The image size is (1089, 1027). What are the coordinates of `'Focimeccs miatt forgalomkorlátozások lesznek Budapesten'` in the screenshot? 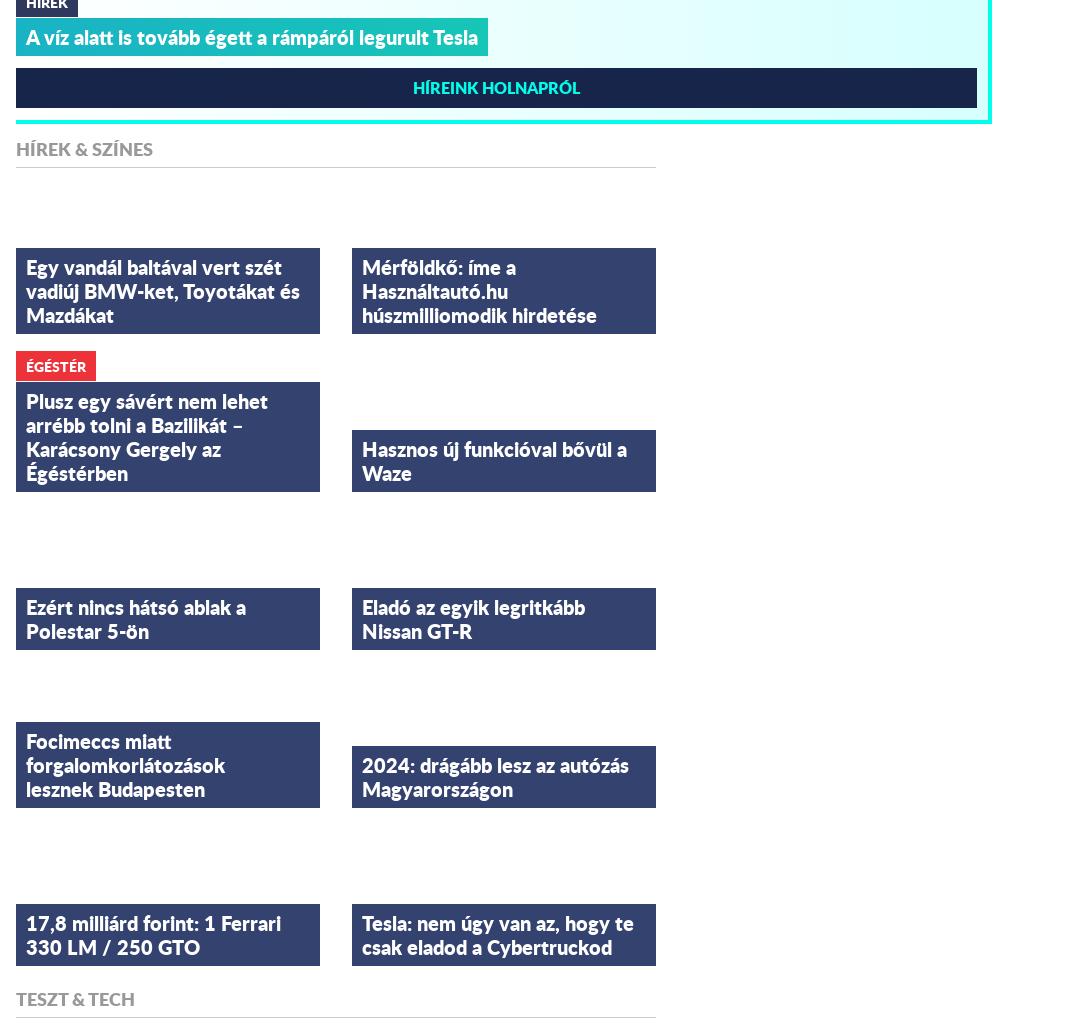 It's located at (125, 762).